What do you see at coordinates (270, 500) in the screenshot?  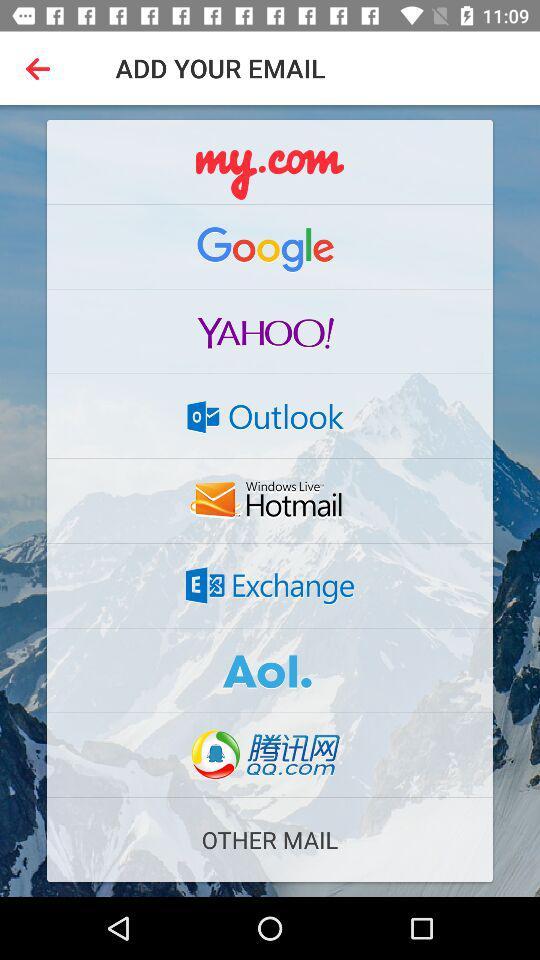 I see `etc` at bounding box center [270, 500].